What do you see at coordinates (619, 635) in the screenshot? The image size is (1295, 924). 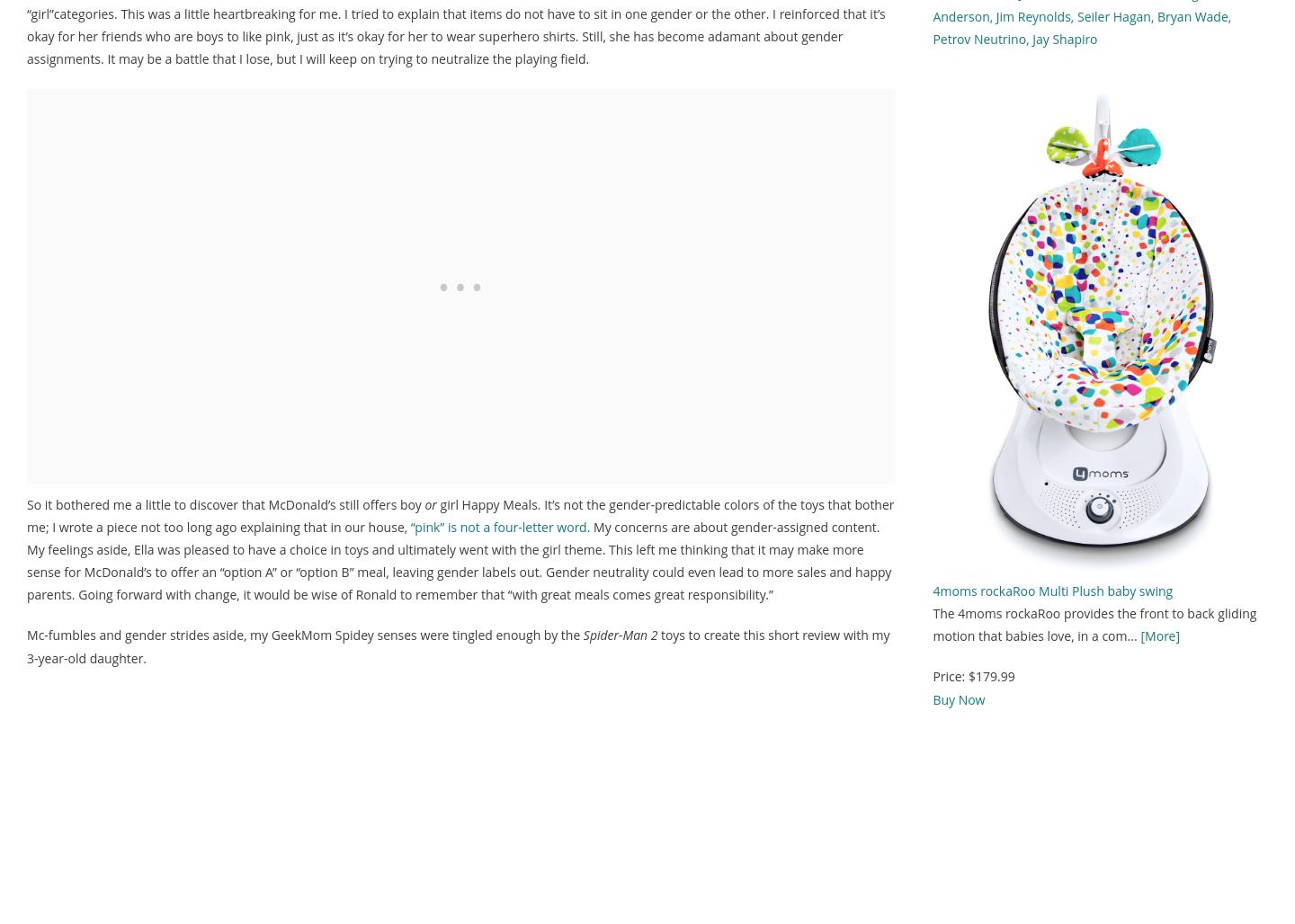 I see `'Spider-Man 2'` at bounding box center [619, 635].